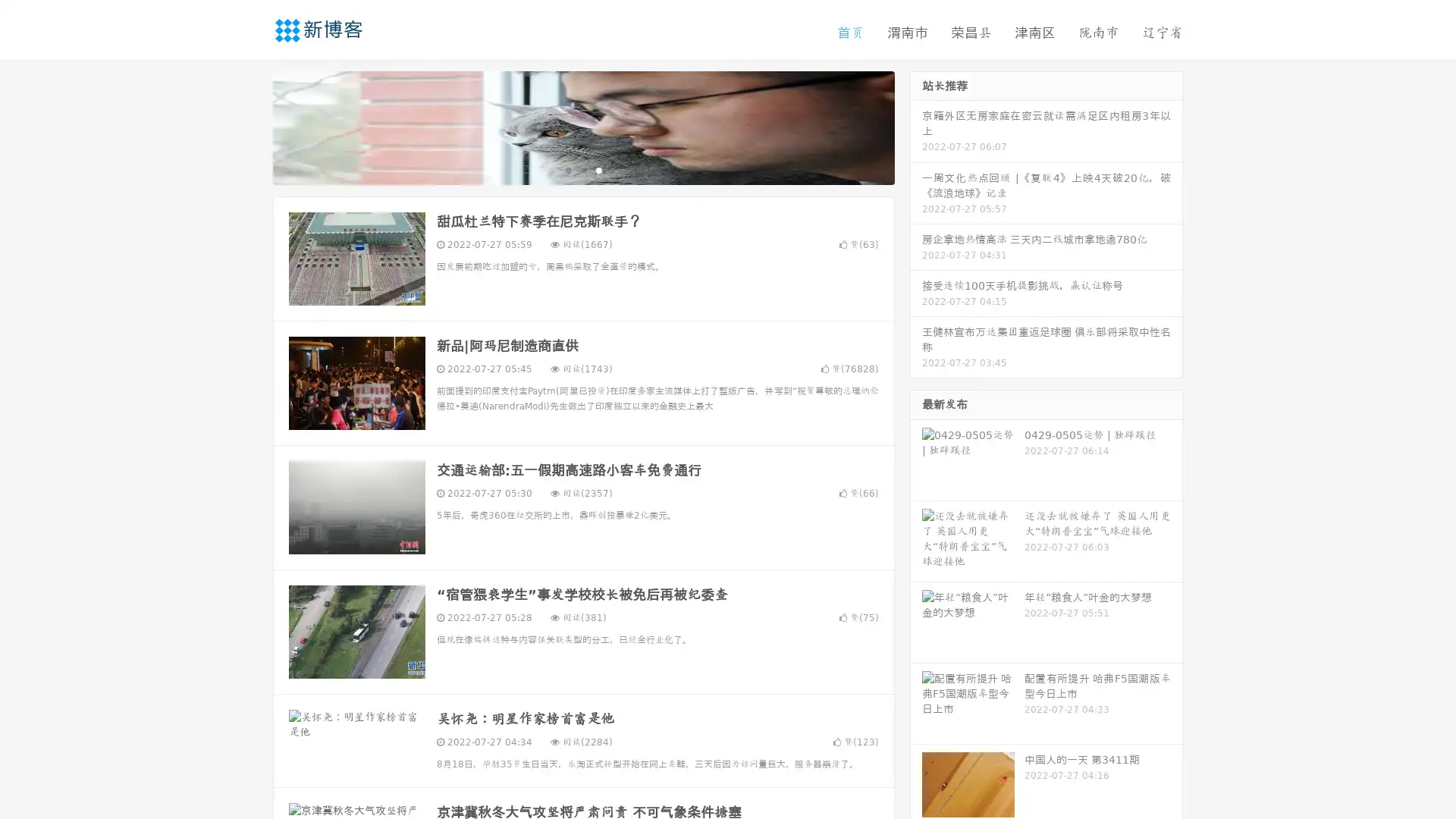  What do you see at coordinates (598, 171) in the screenshot?
I see `Go to slide 3` at bounding box center [598, 171].